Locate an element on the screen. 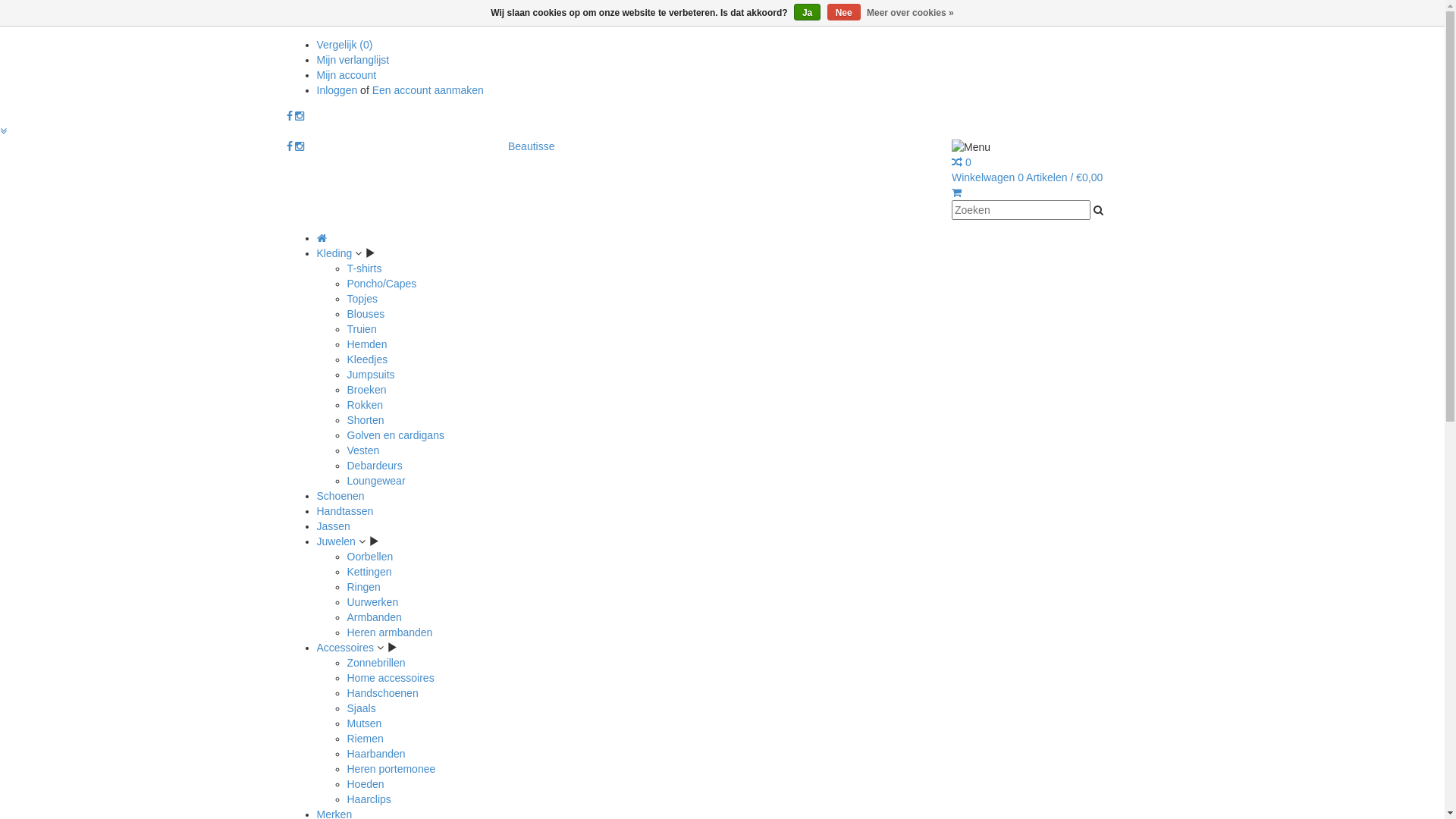 This screenshot has width=1456, height=819. 'Home' is located at coordinates (321, 237).